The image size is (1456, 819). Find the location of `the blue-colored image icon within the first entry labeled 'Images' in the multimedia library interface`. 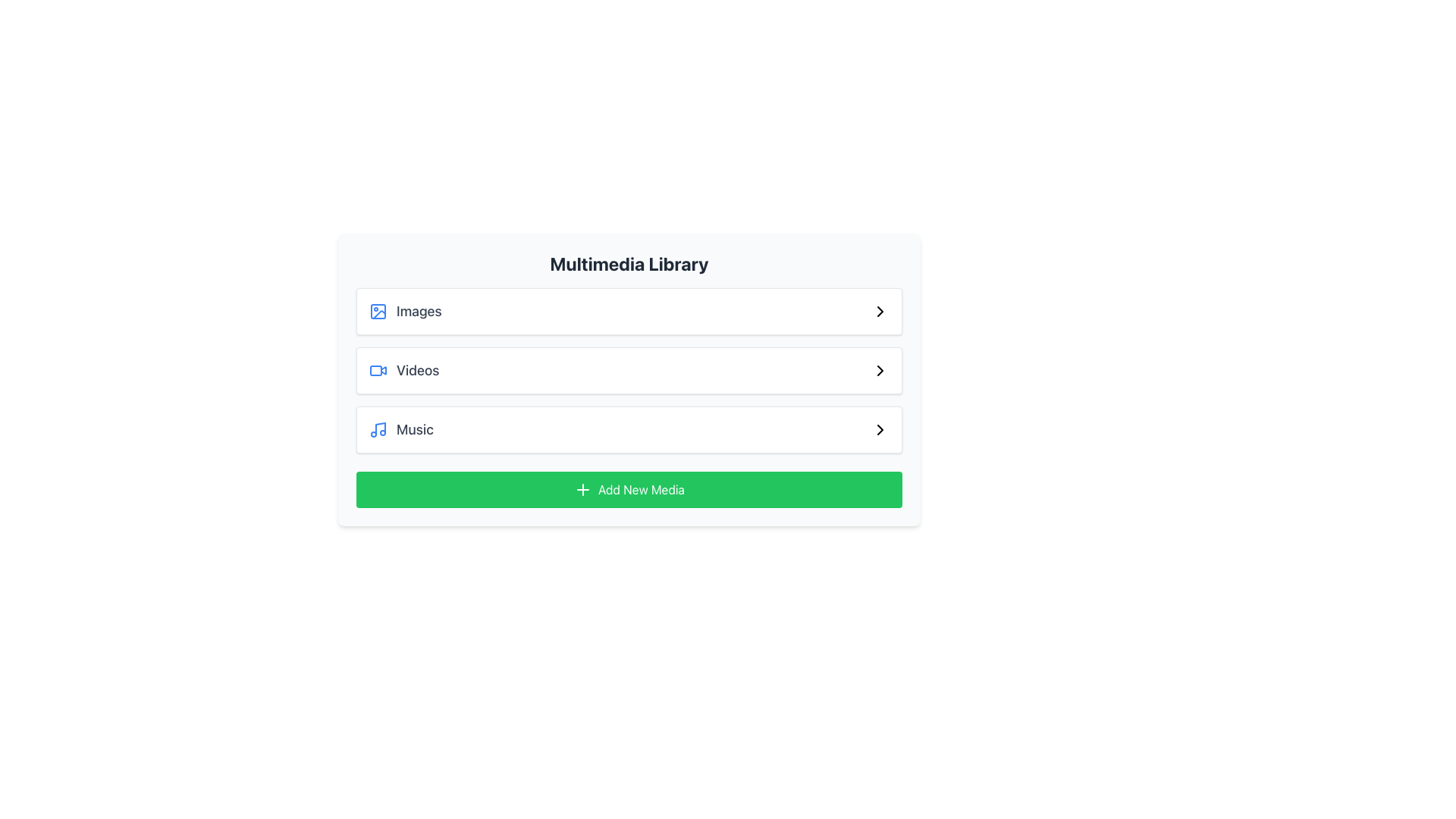

the blue-colored image icon within the first entry labeled 'Images' in the multimedia library interface is located at coordinates (378, 311).